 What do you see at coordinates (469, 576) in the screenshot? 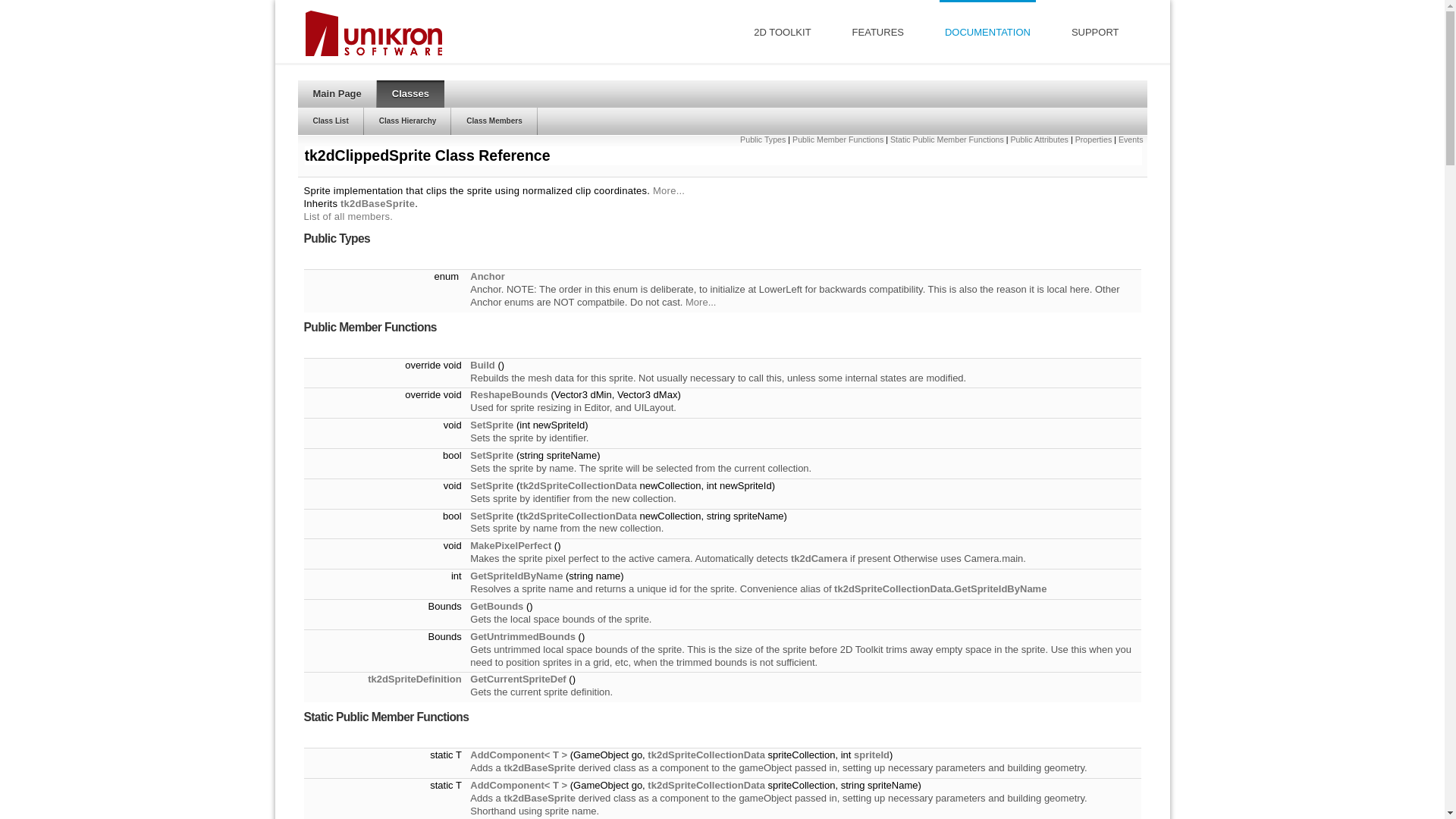
I see `'GetSpriteIdByName'` at bounding box center [469, 576].